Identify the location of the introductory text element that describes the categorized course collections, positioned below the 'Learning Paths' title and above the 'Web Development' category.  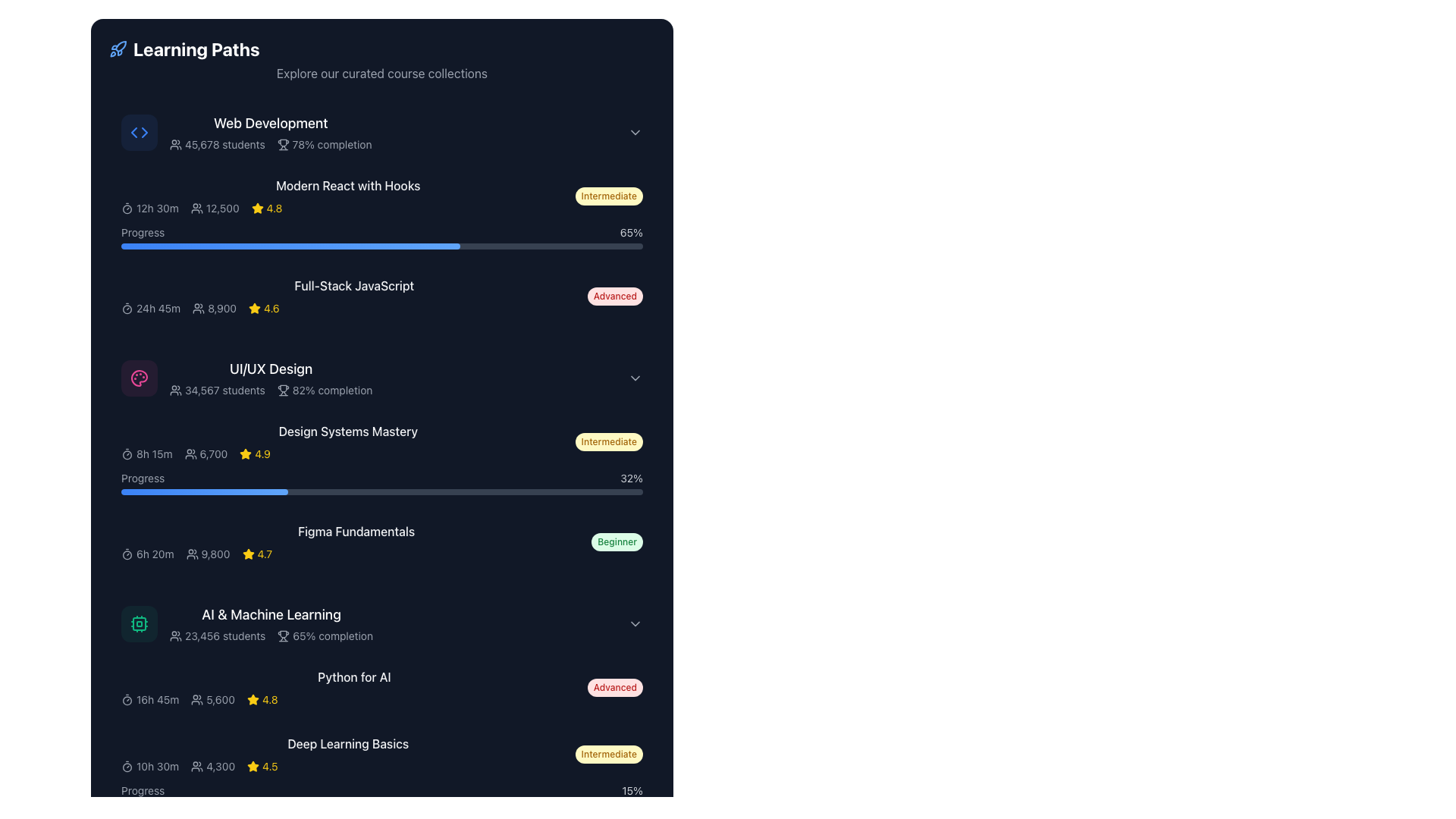
(382, 73).